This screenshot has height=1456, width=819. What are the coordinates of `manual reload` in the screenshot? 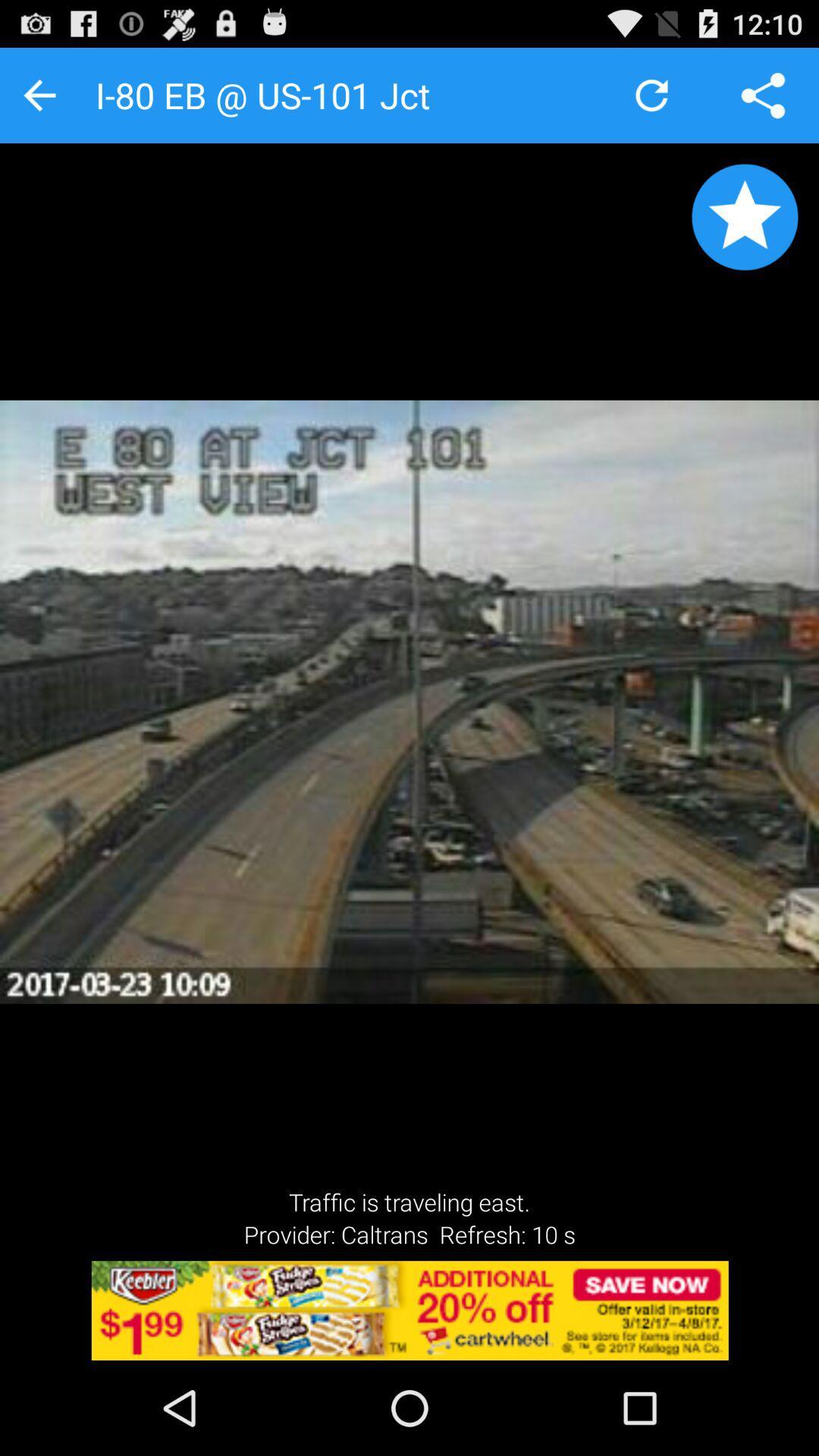 It's located at (651, 94).